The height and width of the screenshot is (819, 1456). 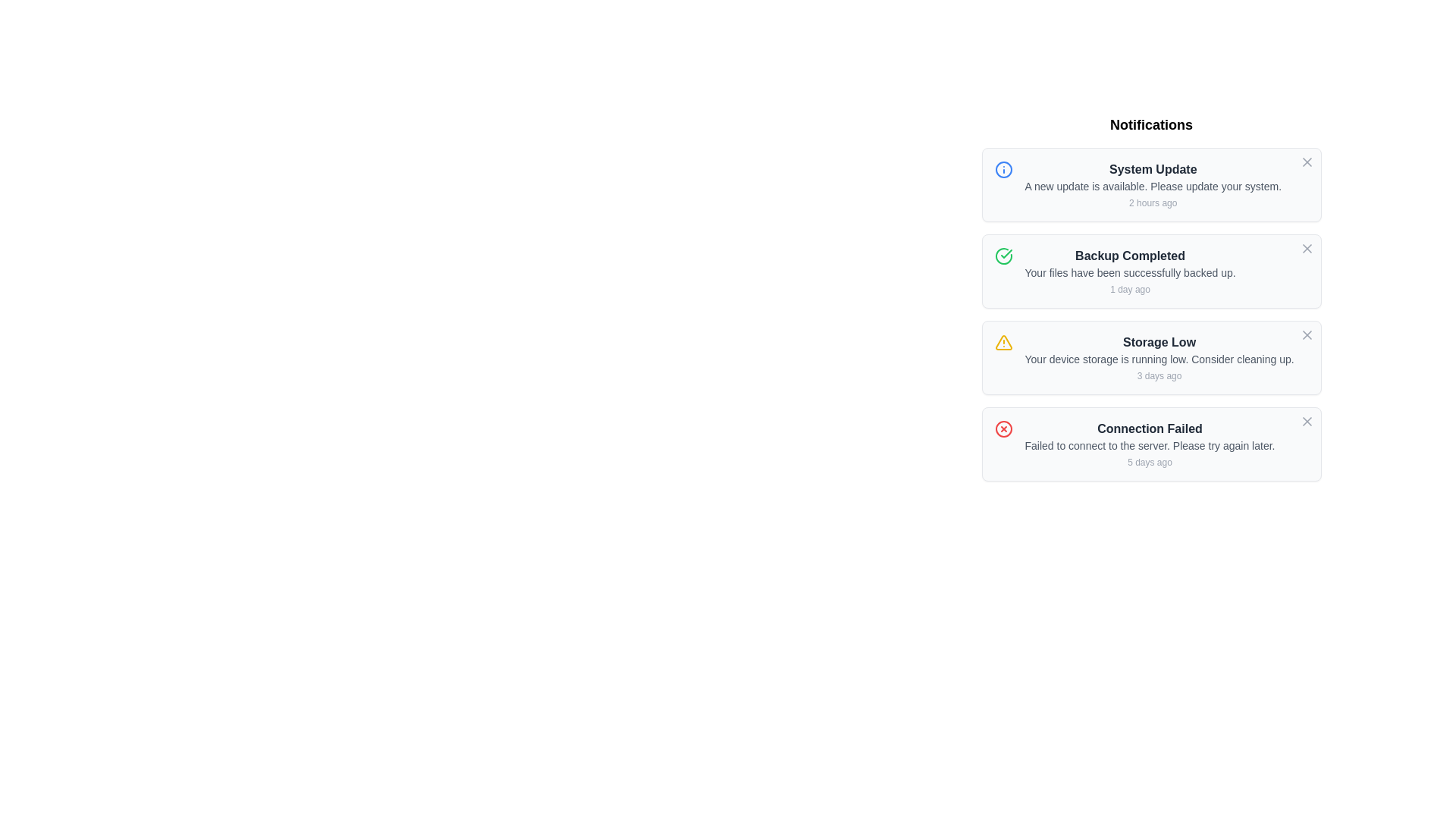 What do you see at coordinates (1003, 429) in the screenshot?
I see `the red circular icon with an 'X' glyph that indicates closure or failure, located to the far right of the 'Connection Failed' notification entry` at bounding box center [1003, 429].